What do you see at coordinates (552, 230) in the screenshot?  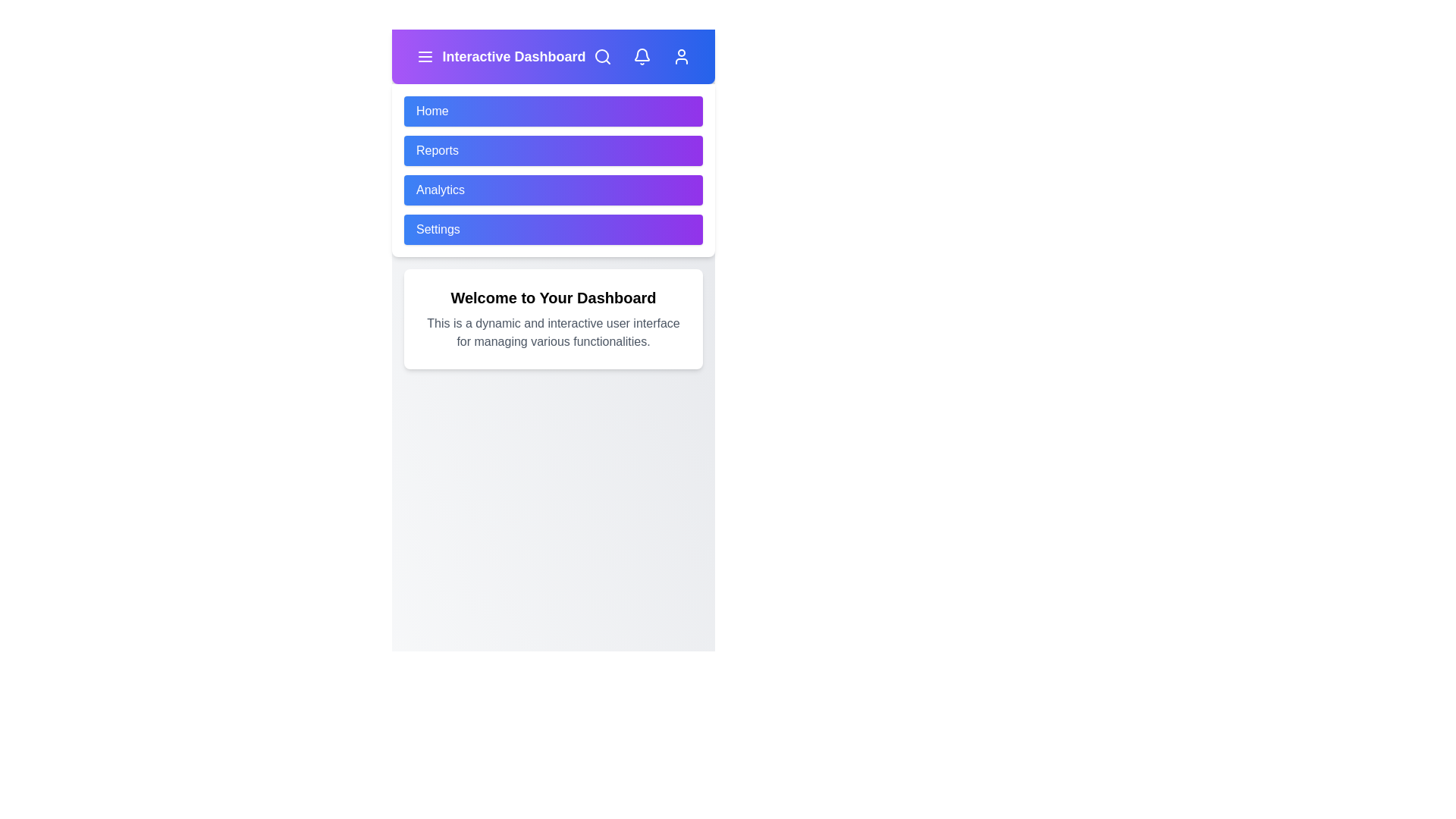 I see `the Settings navigation menu item to navigate` at bounding box center [552, 230].